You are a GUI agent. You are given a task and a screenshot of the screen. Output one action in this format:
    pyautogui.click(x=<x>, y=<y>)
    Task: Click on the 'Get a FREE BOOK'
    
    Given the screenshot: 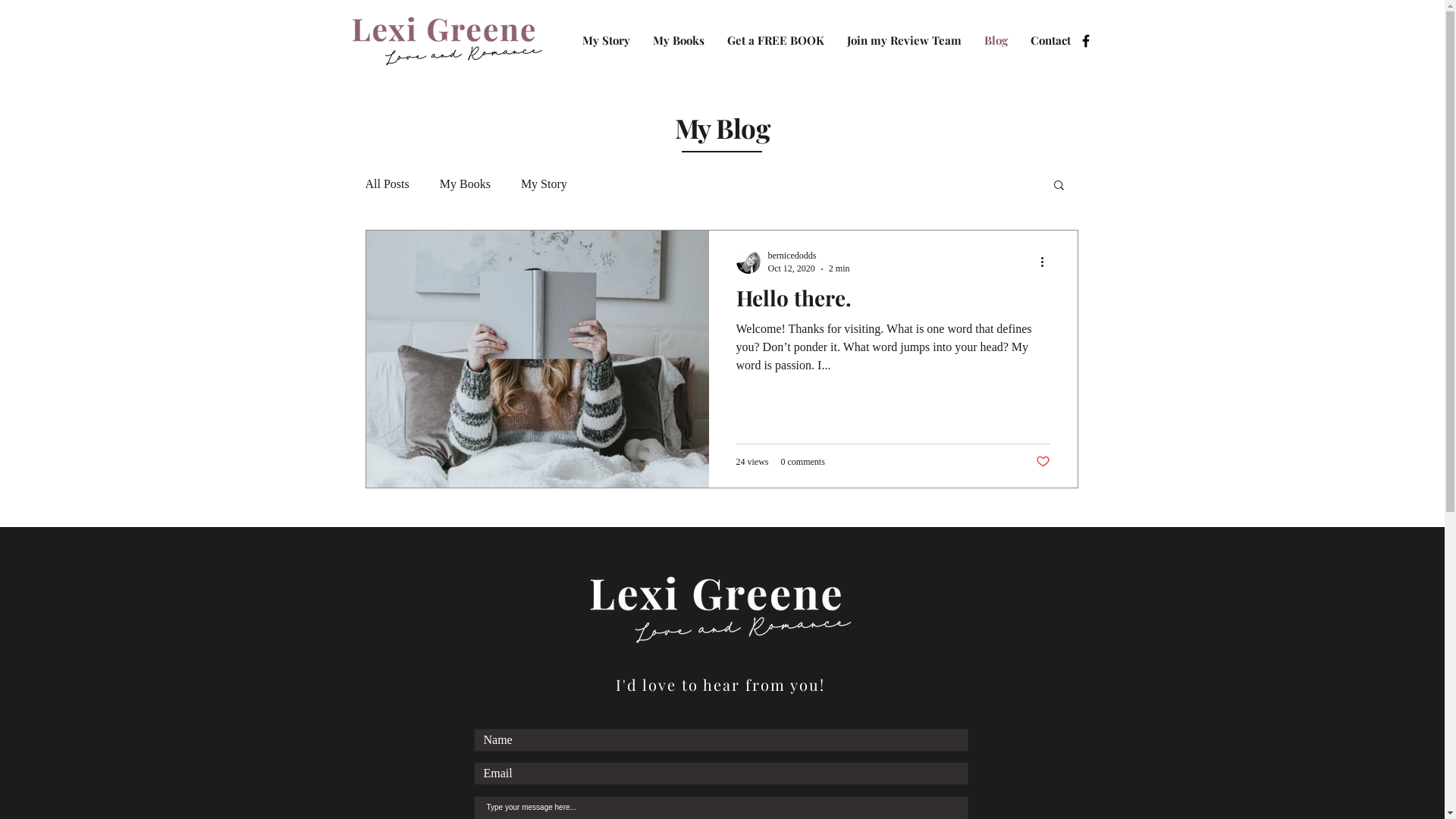 What is the action you would take?
    pyautogui.click(x=775, y=39)
    